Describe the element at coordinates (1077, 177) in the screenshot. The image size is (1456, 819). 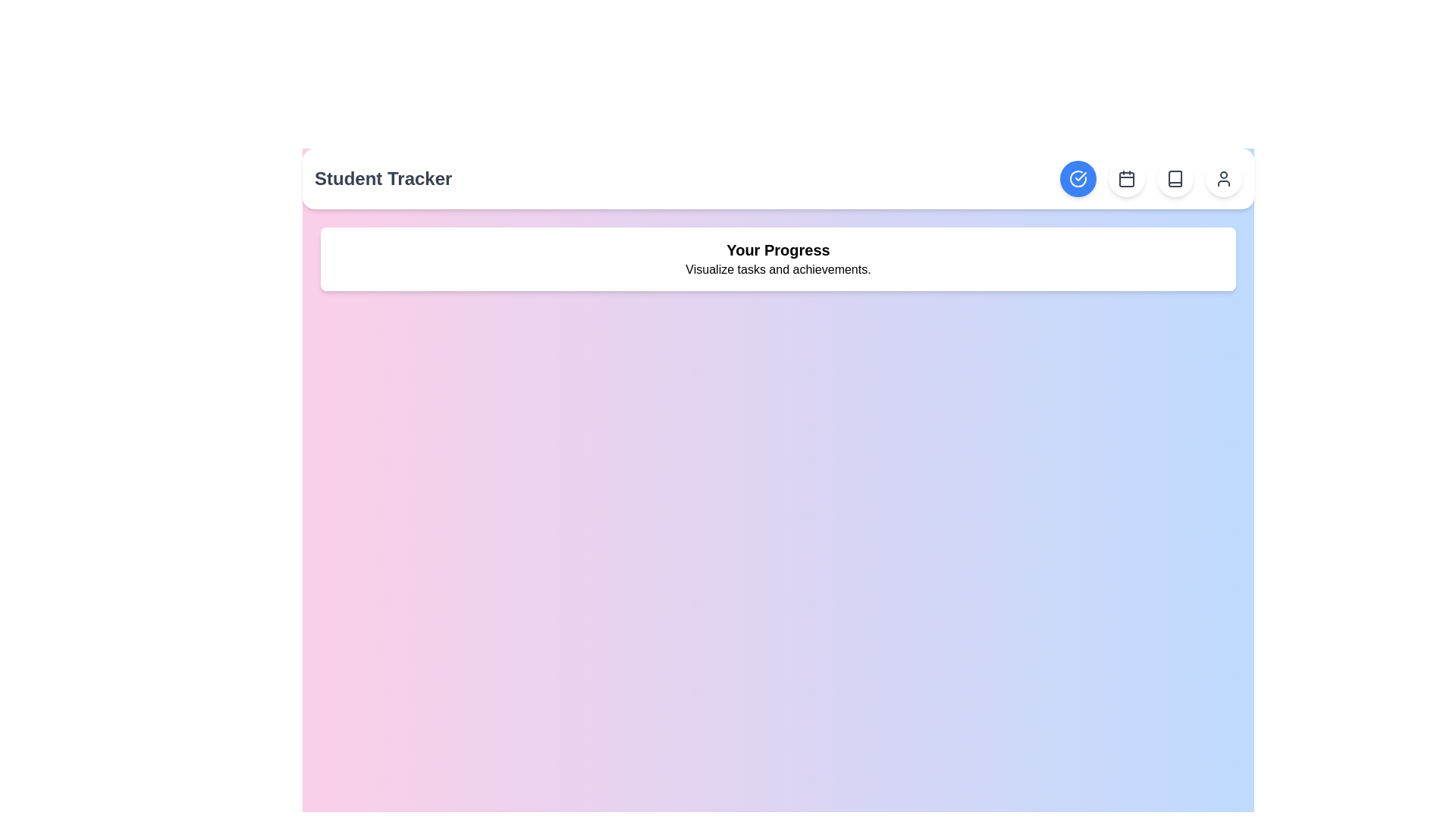
I see `the SVG icon located in the top-right corner of the interface, which serves as a visual indicator for tasks or progress` at that location.